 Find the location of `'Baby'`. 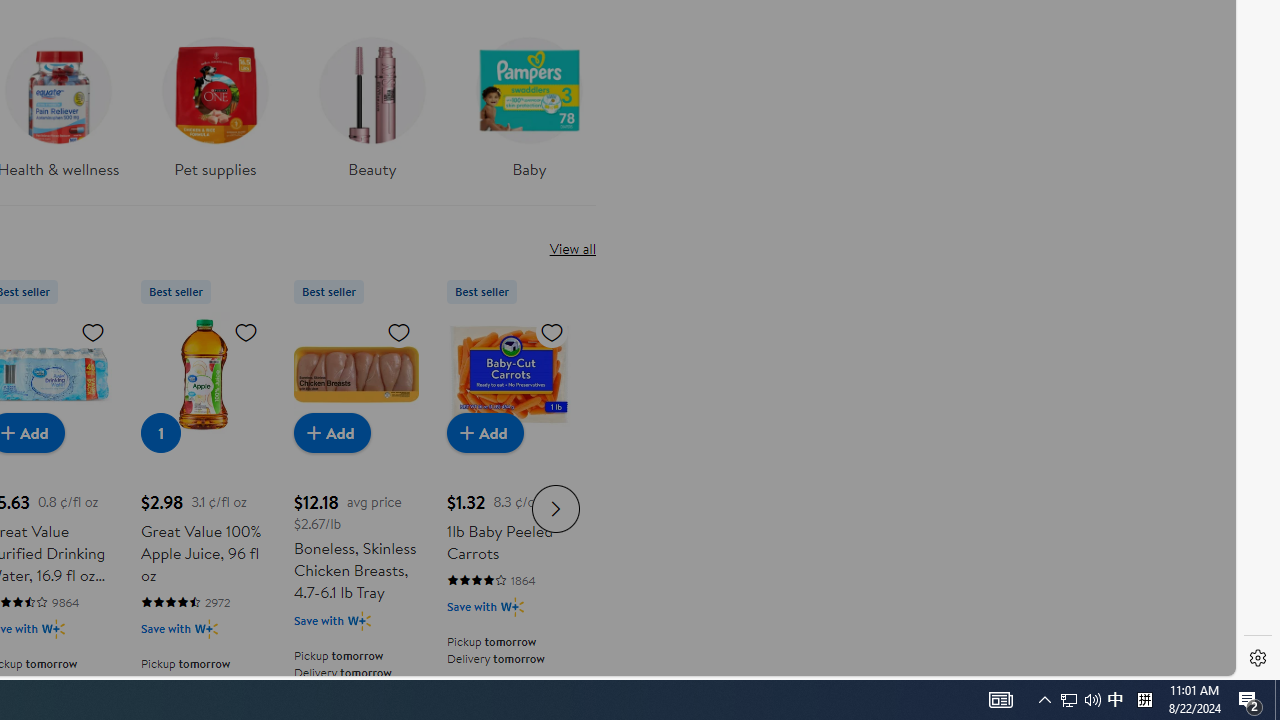

'Baby' is located at coordinates (529, 114).